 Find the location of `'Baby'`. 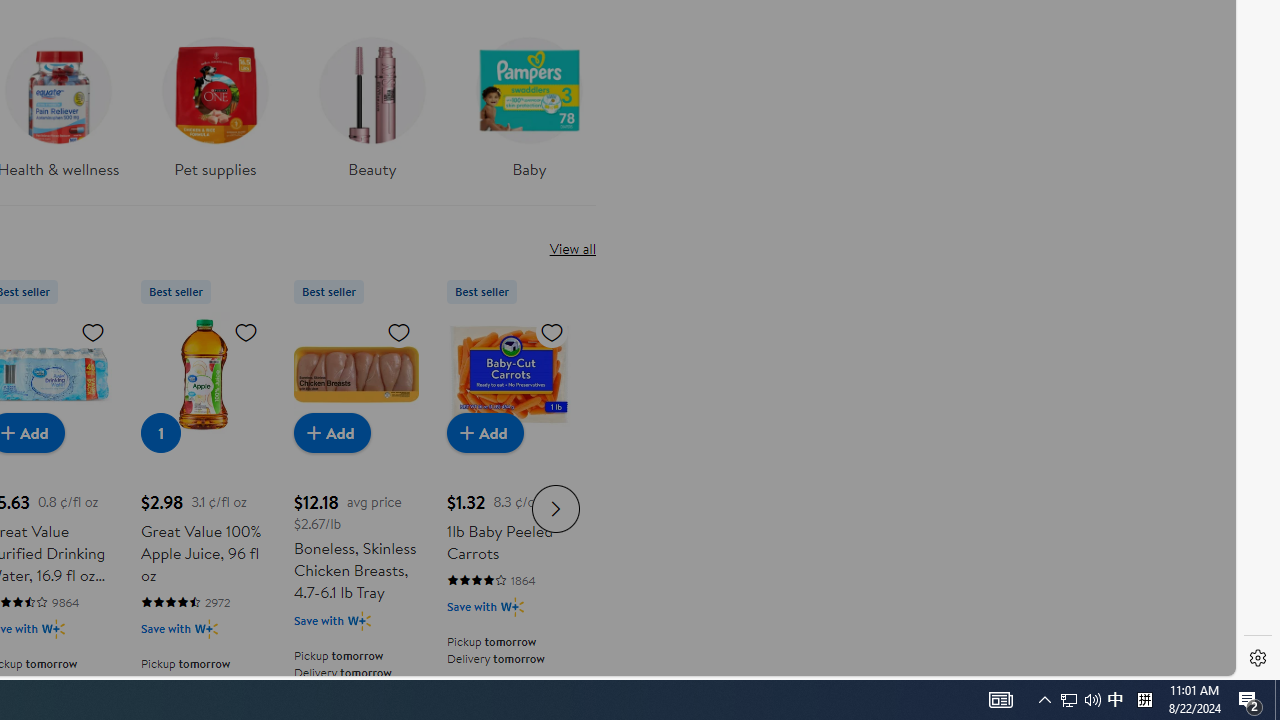

'Baby' is located at coordinates (529, 114).